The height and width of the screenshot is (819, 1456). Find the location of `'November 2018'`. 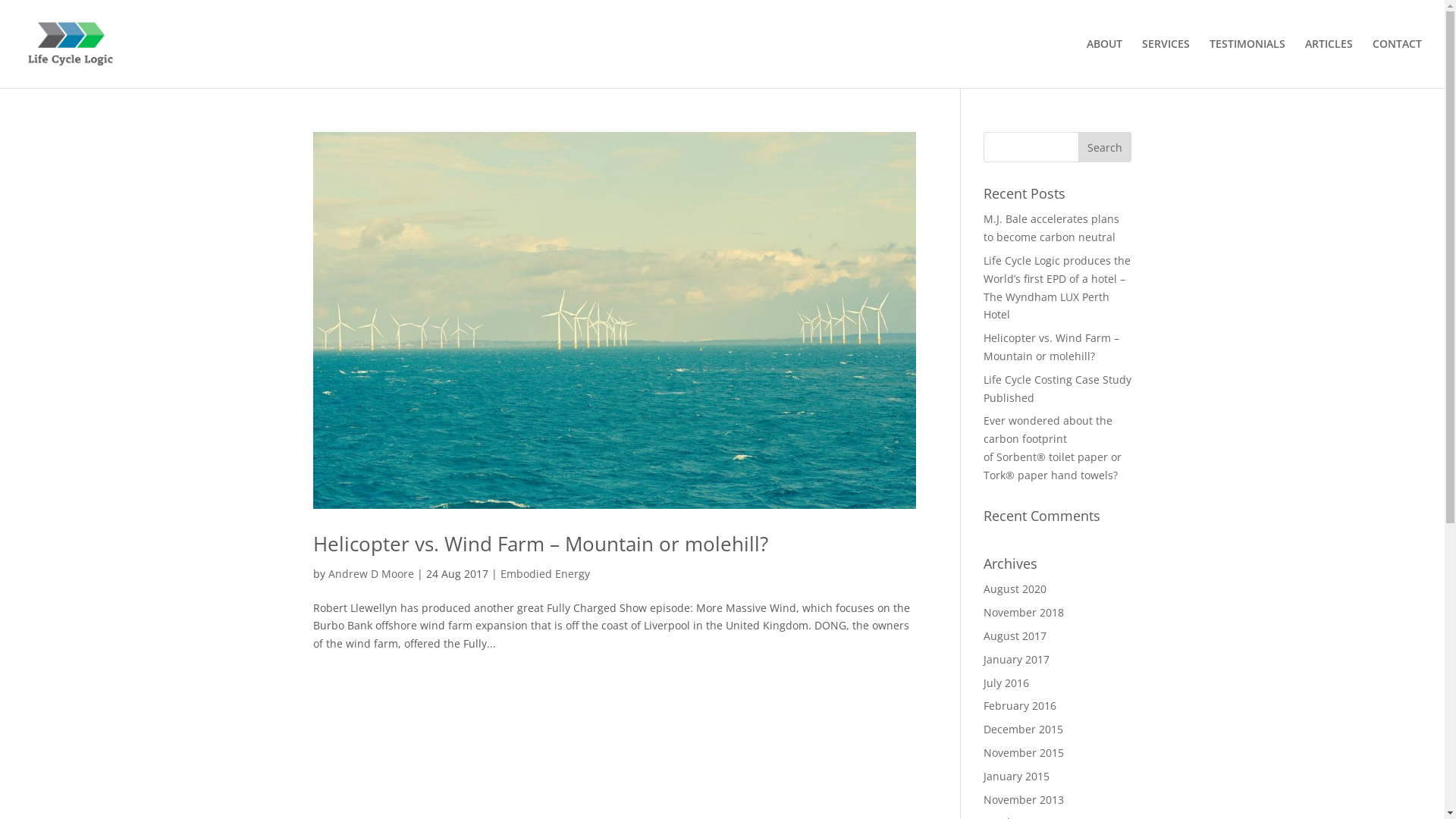

'November 2018' is located at coordinates (983, 611).